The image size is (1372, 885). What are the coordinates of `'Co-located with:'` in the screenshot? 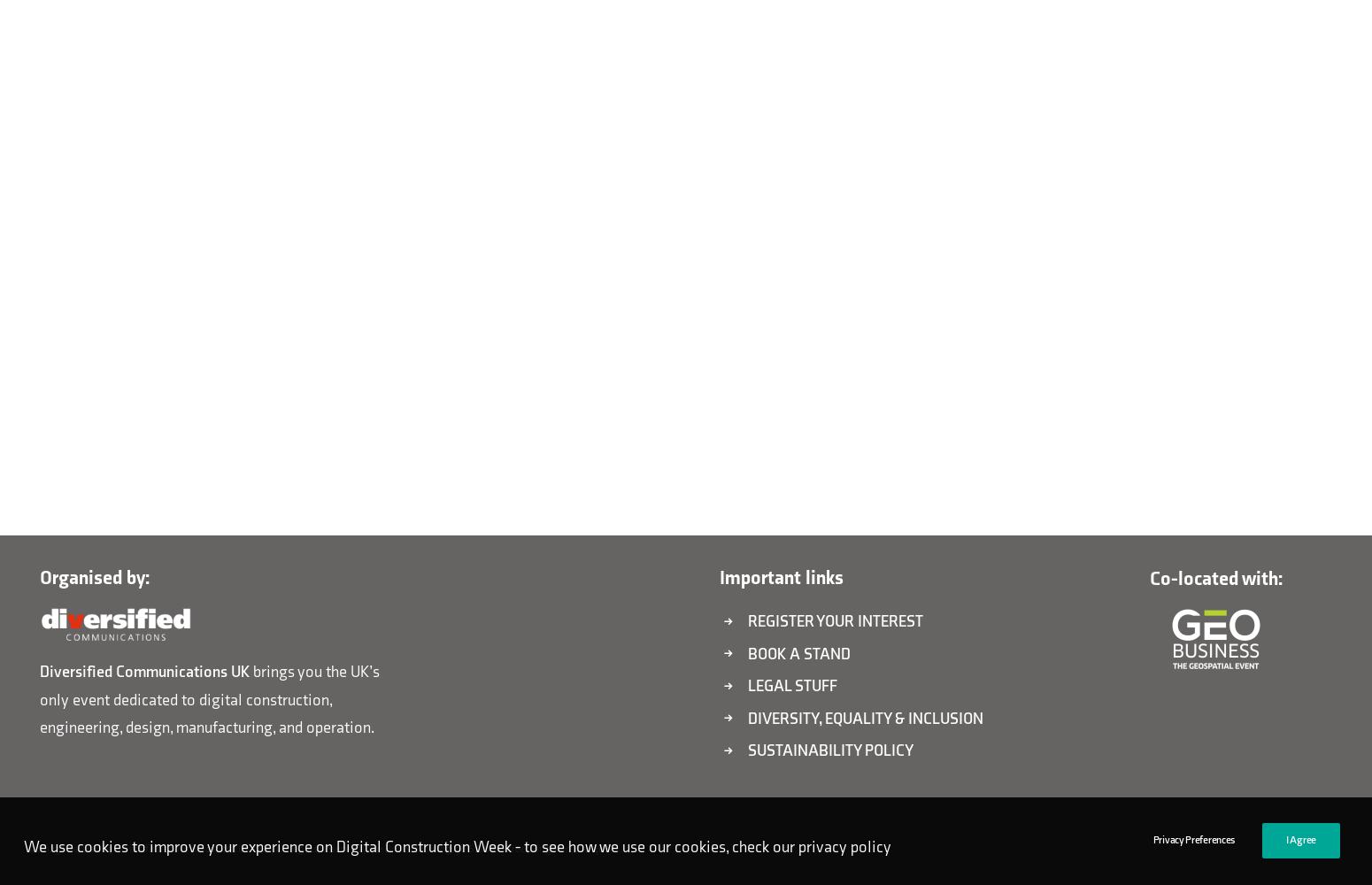 It's located at (1214, 578).